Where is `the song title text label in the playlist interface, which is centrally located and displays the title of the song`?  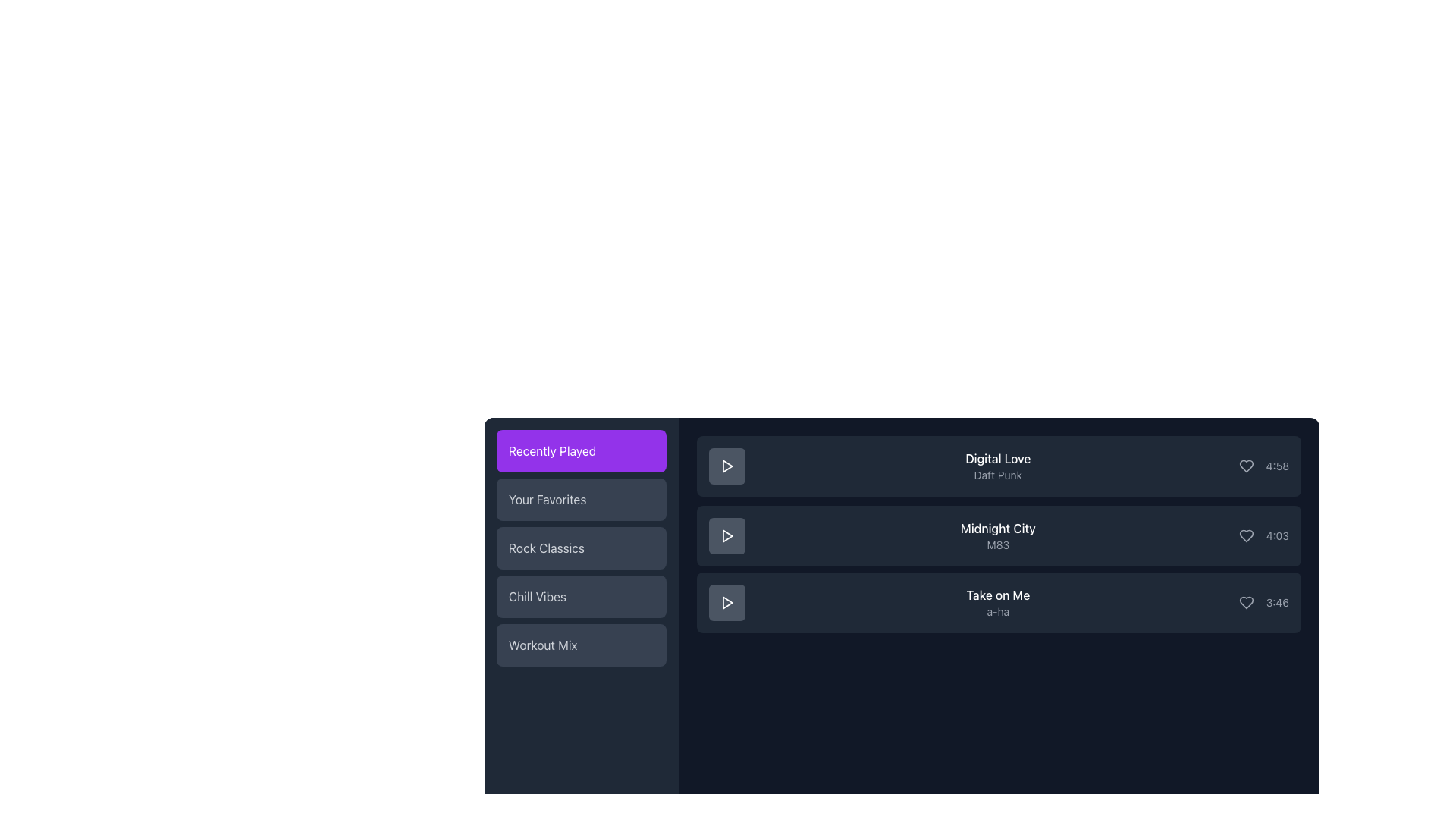
the song title text label in the playlist interface, which is centrally located and displays the title of the song is located at coordinates (998, 528).